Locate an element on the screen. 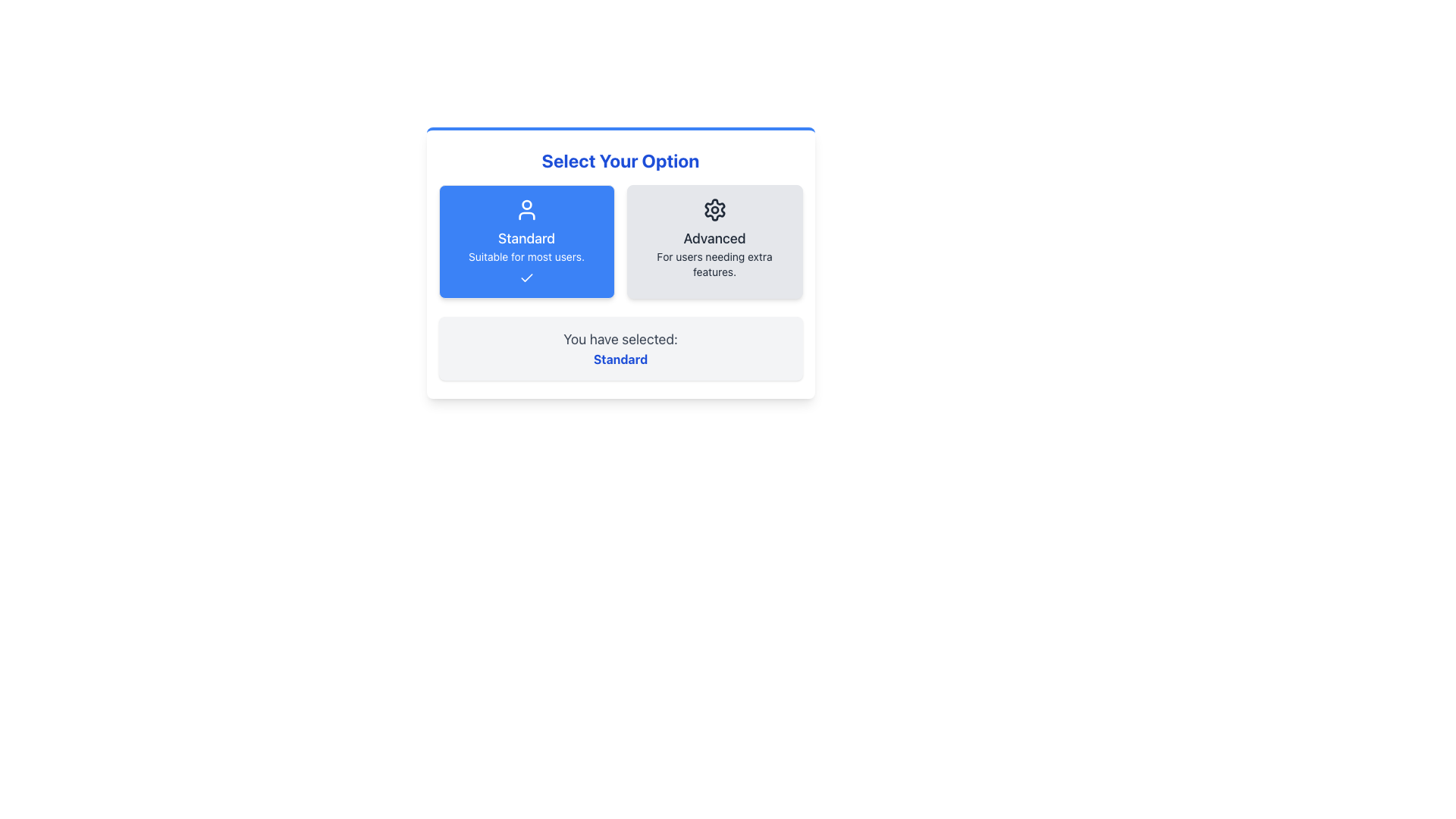 This screenshot has height=819, width=1456. the Text Label located in the right card of a two-card layout, positioned below a gear icon and above the descriptive text 'For users needing extra features.' is located at coordinates (714, 239).